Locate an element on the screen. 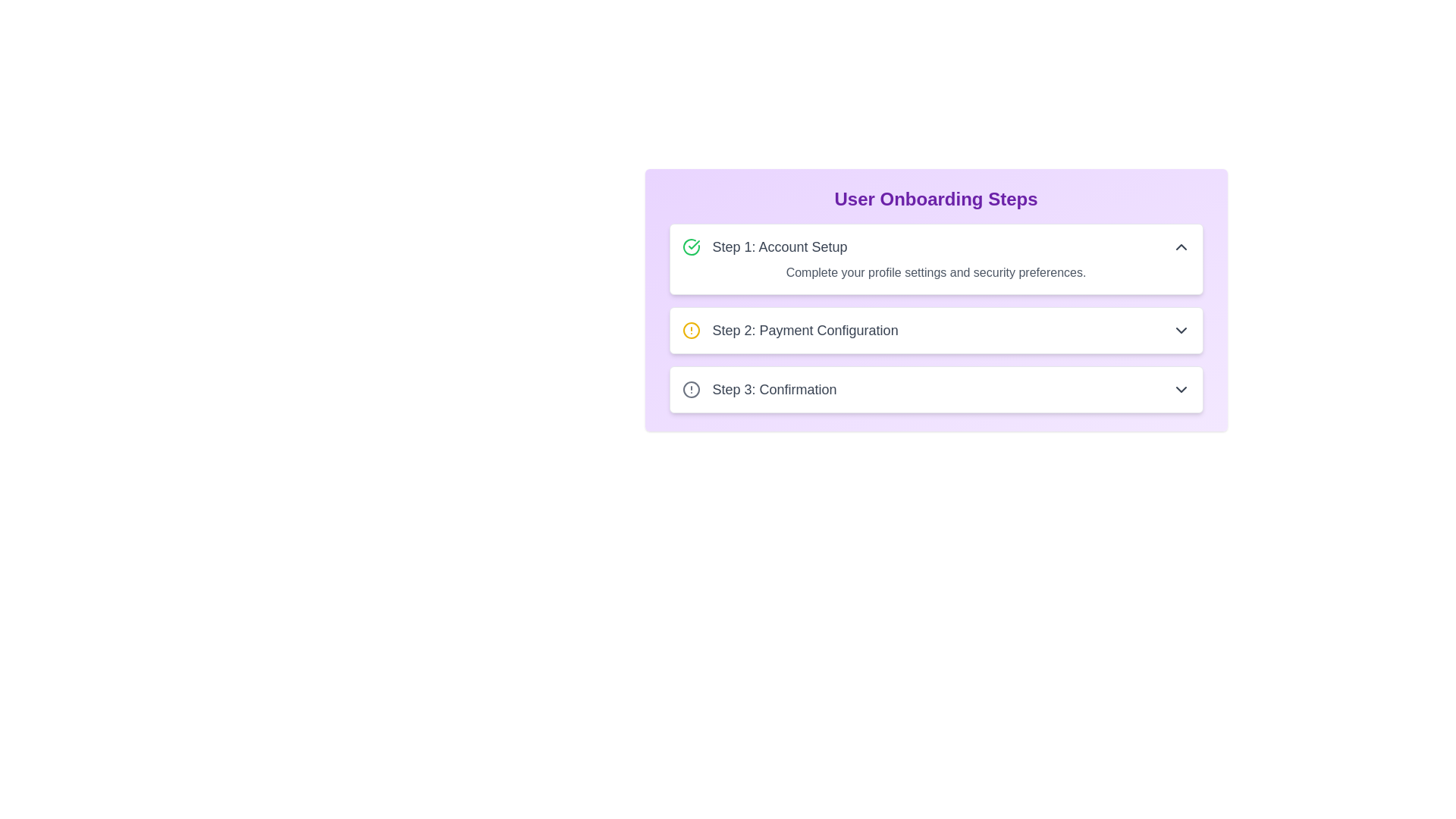  the circular gray icon with a hollow outline and an exclamation mark inside, representing an alert or warning for 'Step 3: Confirmation' is located at coordinates (690, 388).